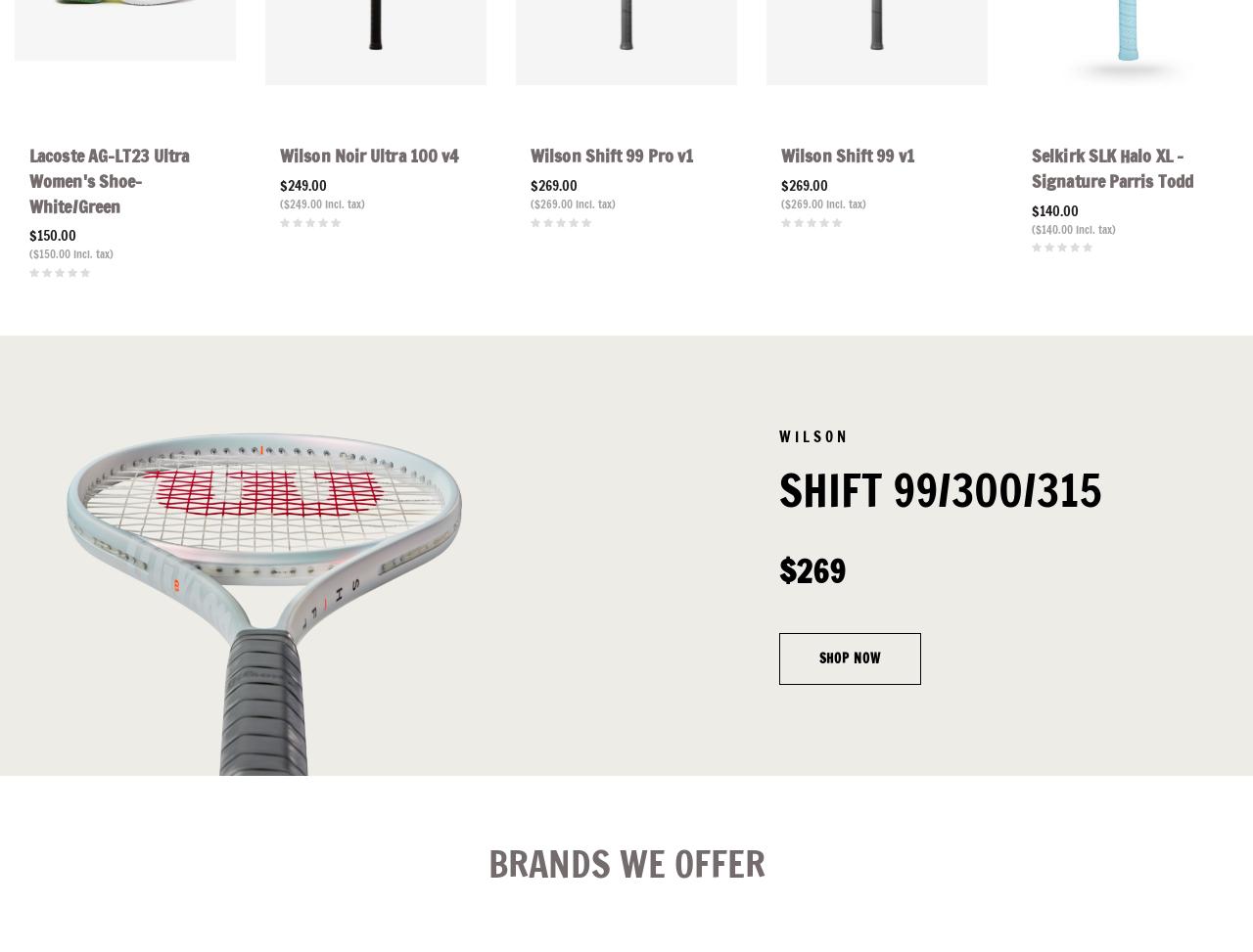 The height and width of the screenshot is (952, 1253). What do you see at coordinates (847, 155) in the screenshot?
I see `'Wilson Shift 99 v1'` at bounding box center [847, 155].